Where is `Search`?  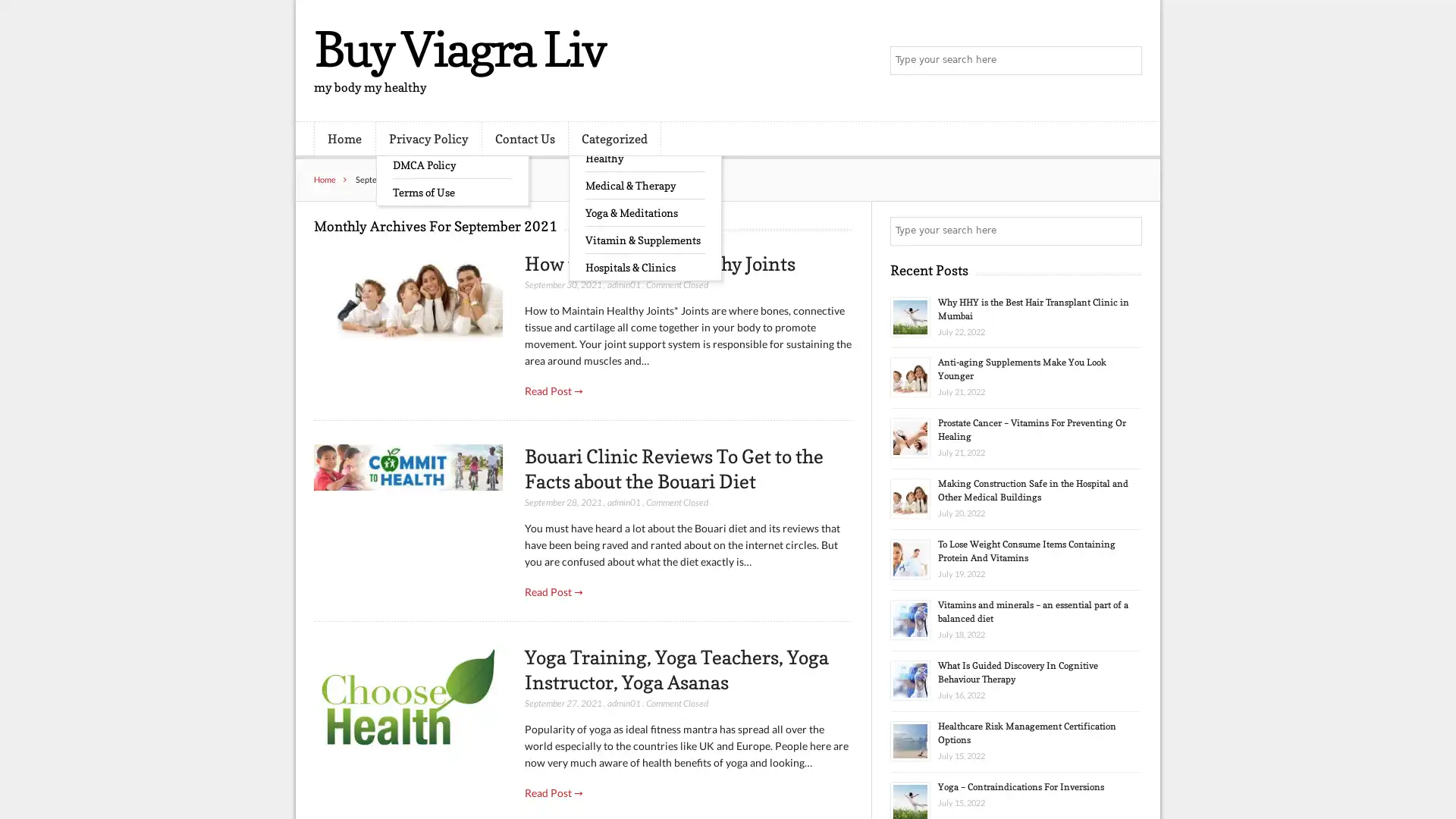
Search is located at coordinates (1126, 61).